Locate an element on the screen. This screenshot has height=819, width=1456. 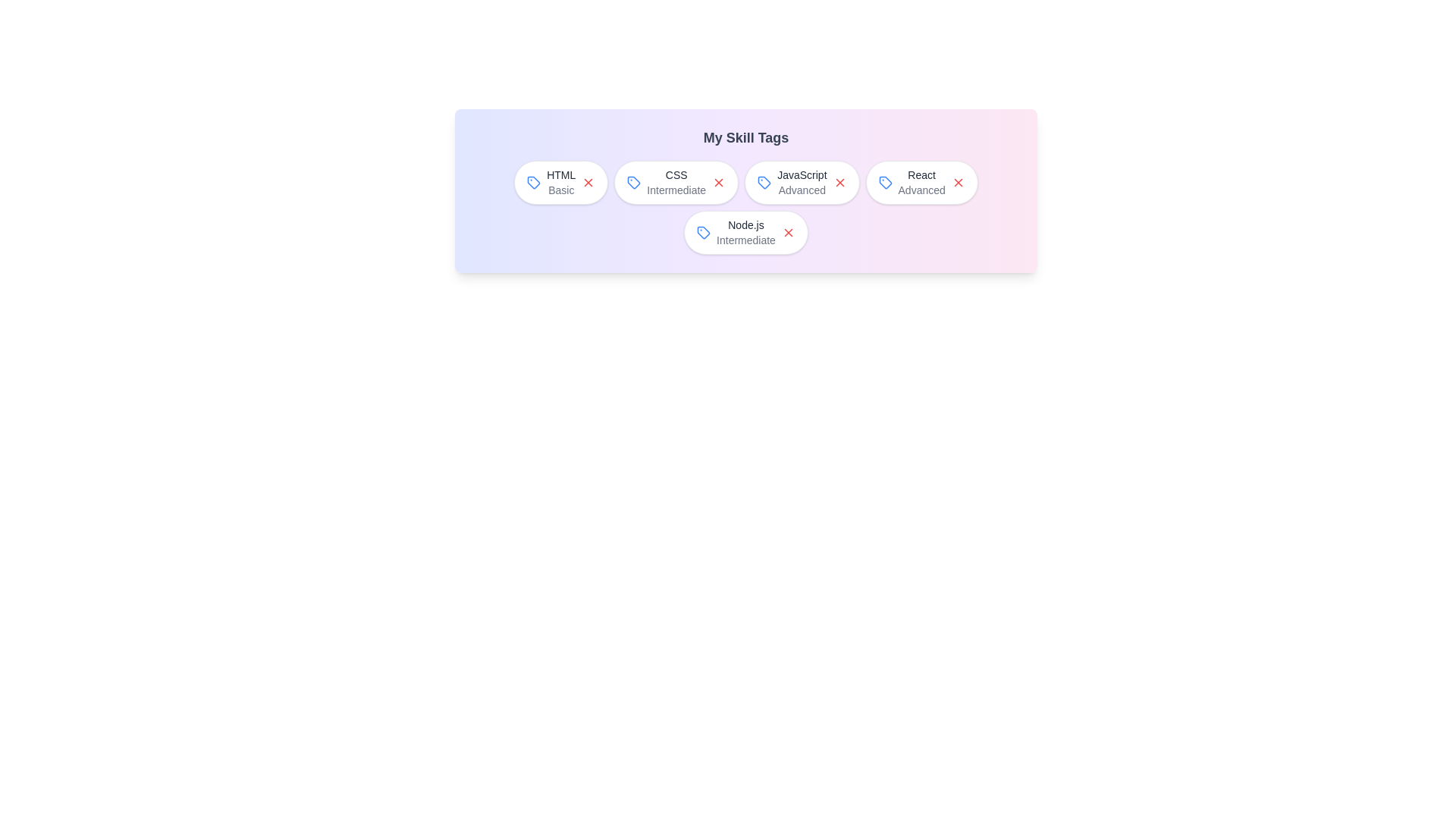
the tag icon next to the skill HTML is located at coordinates (534, 181).